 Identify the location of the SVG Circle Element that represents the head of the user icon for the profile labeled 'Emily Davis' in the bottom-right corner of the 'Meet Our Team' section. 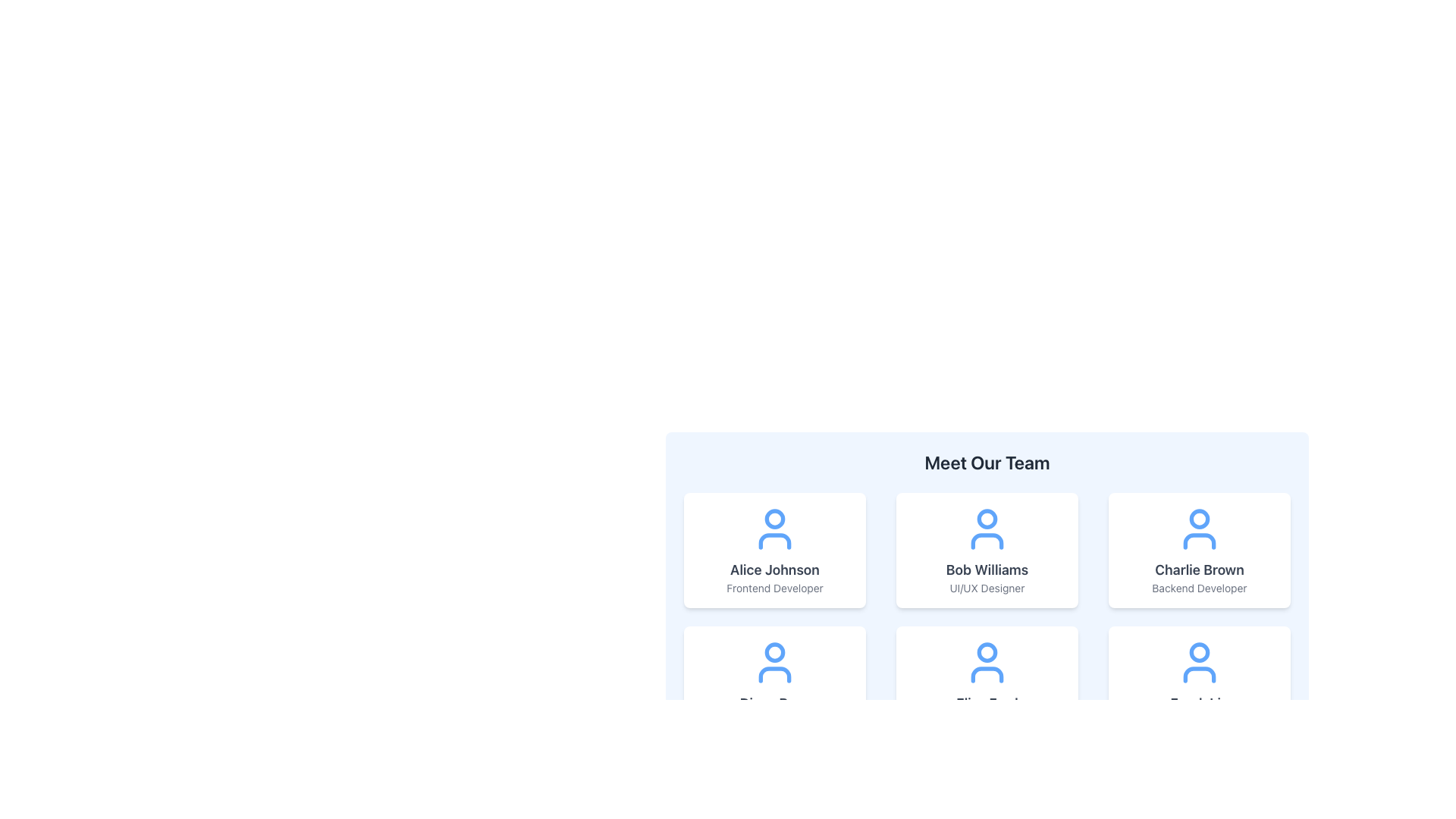
(1199, 651).